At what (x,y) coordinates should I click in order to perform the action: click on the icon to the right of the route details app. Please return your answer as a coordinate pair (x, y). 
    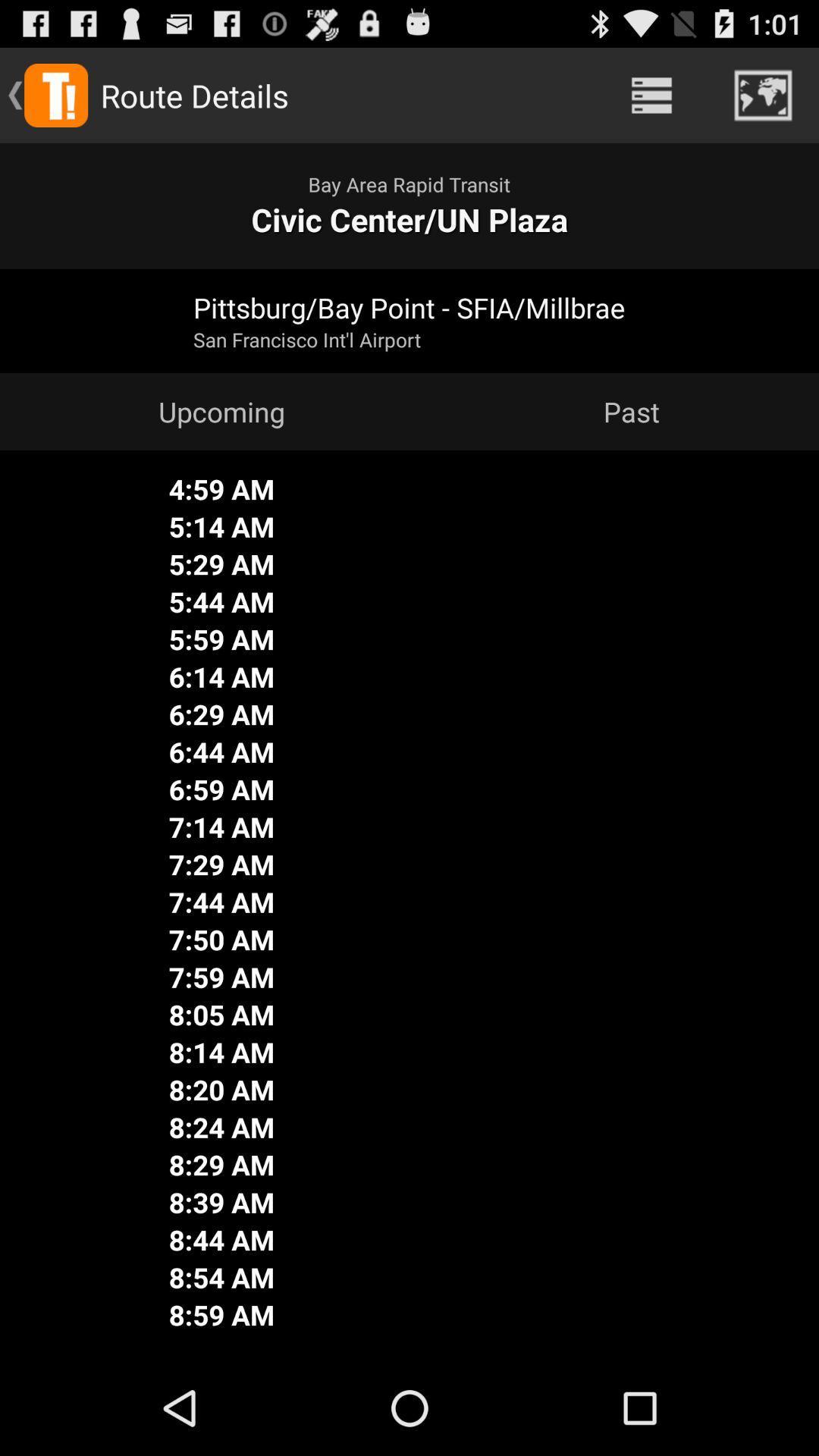
    Looking at the image, I should click on (651, 94).